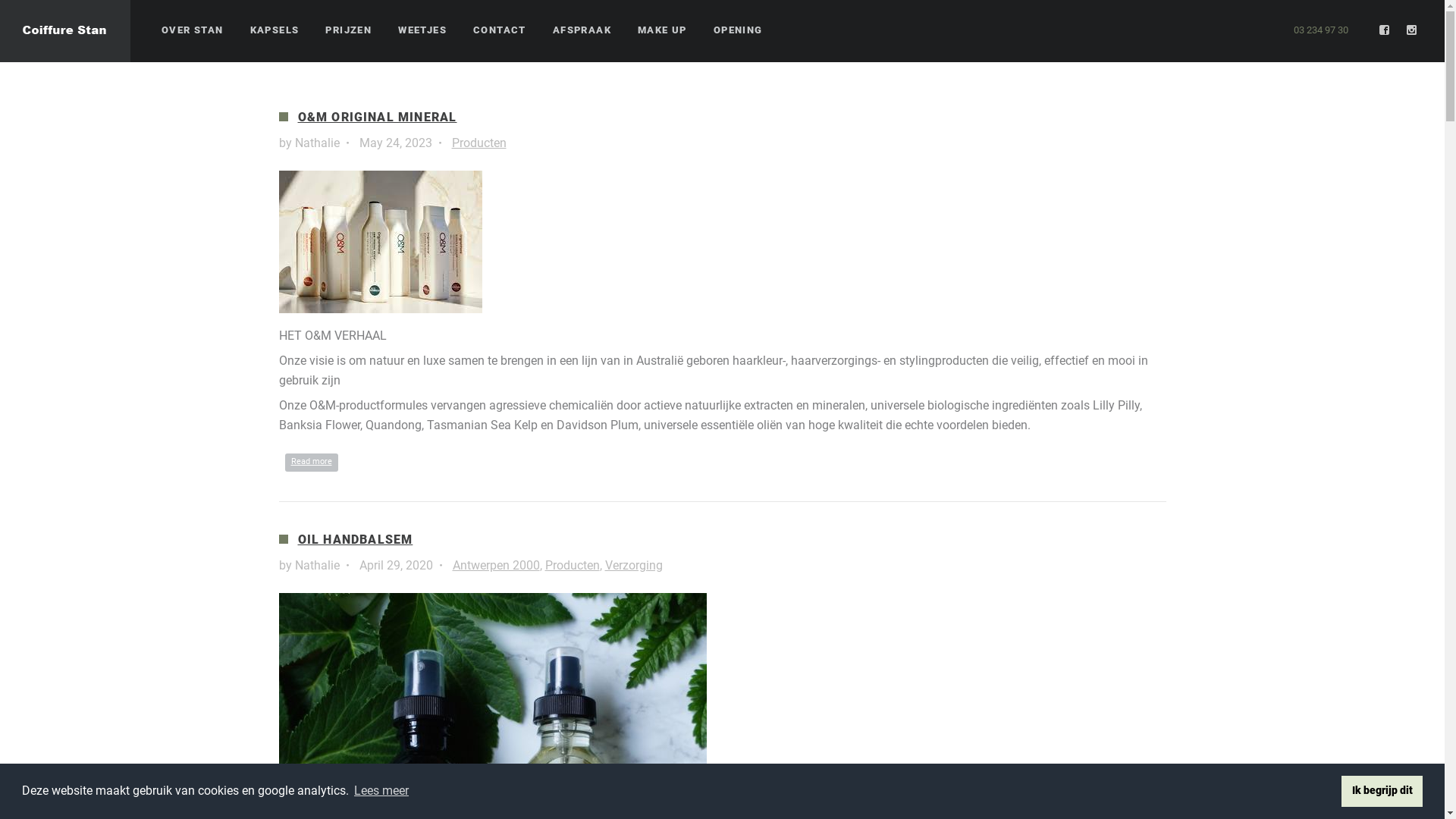 The image size is (1456, 819). Describe the element at coordinates (495, 565) in the screenshot. I see `'Antwerpen 2000'` at that location.